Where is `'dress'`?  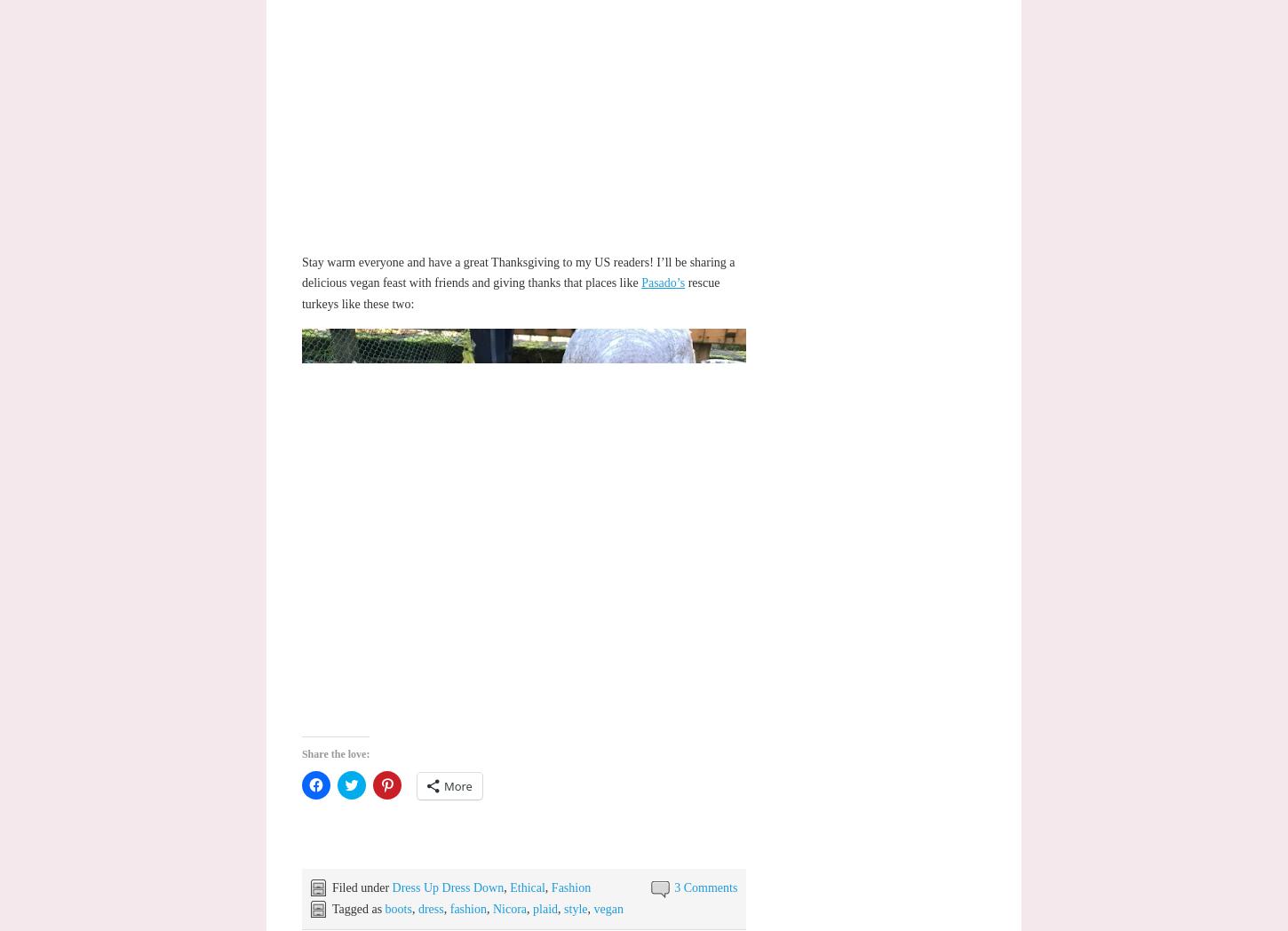 'dress' is located at coordinates (416, 909).